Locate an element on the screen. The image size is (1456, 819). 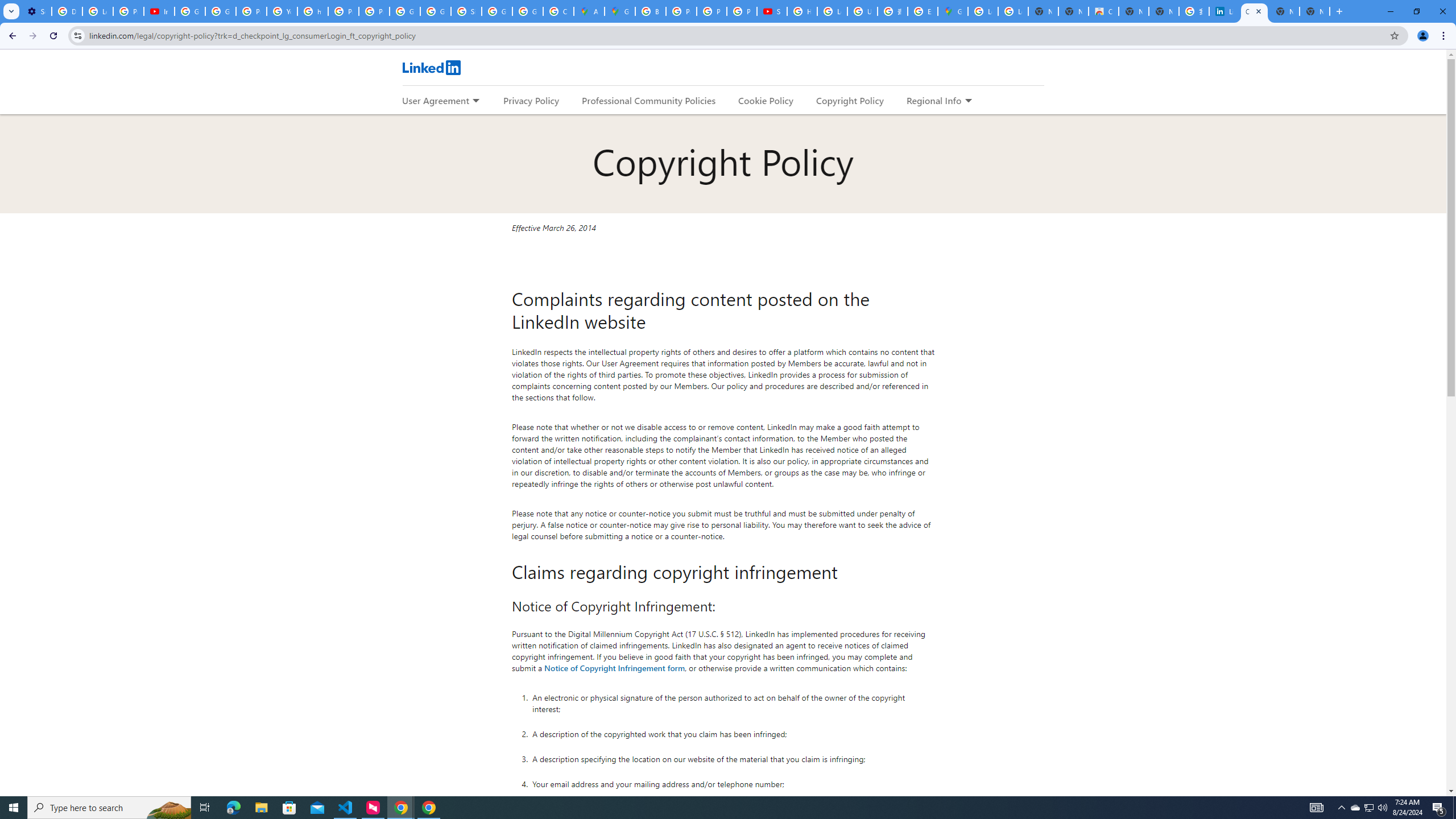
'Privacy Help Center - Policies Help' is located at coordinates (681, 11).